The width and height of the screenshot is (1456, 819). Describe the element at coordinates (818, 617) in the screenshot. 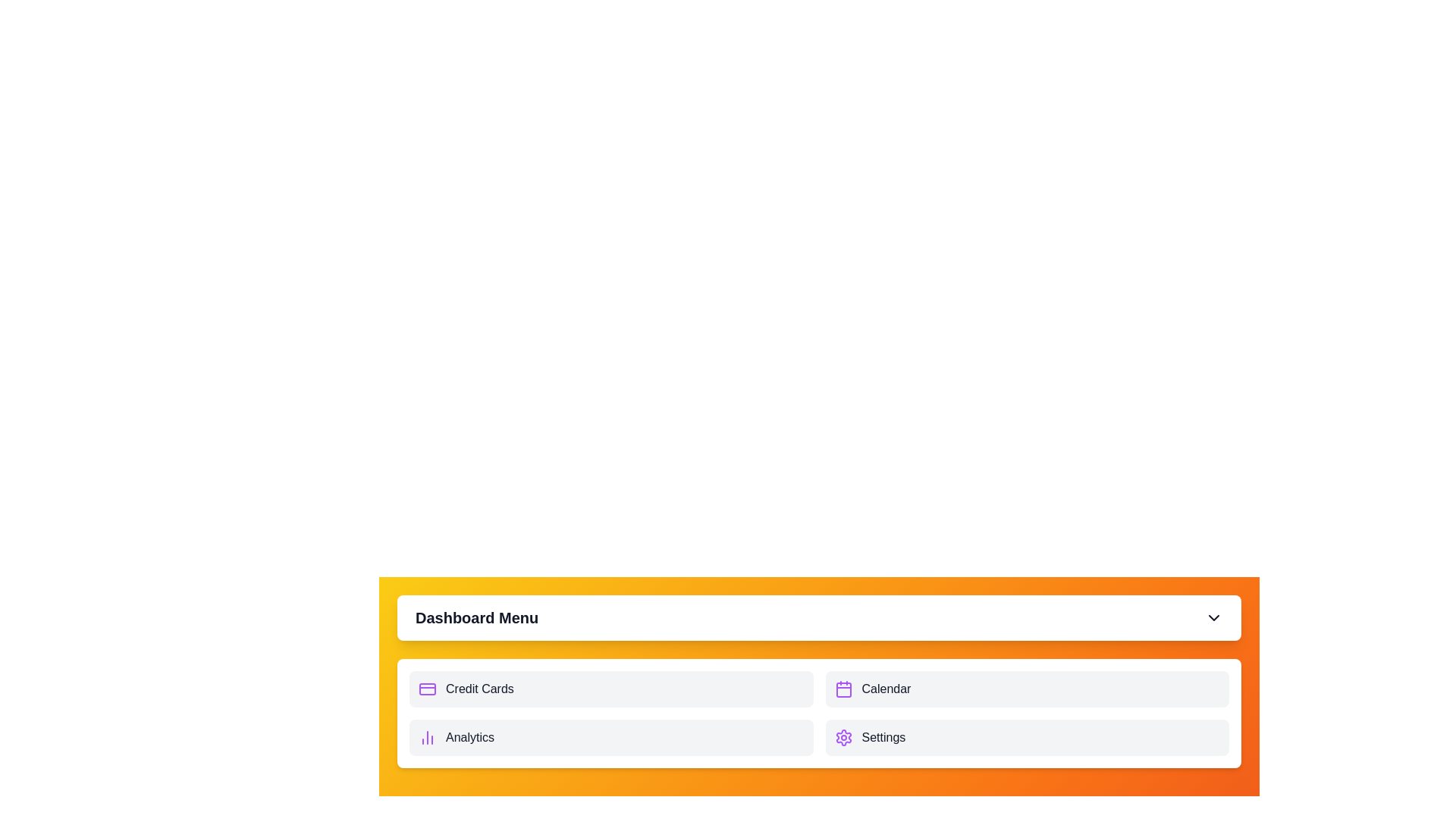

I see `the header of the Dashboard Menu to toggle its visibility` at that location.